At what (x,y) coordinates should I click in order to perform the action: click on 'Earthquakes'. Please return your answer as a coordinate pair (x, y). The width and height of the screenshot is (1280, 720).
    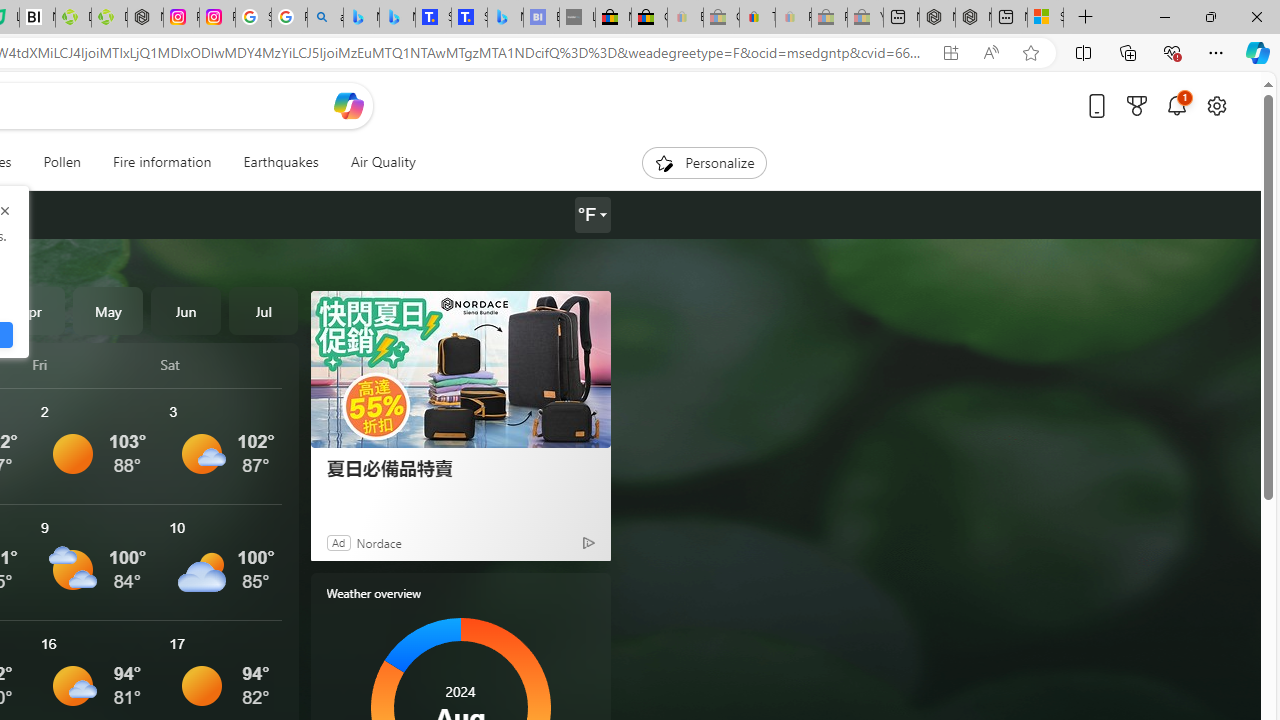
    Looking at the image, I should click on (279, 162).